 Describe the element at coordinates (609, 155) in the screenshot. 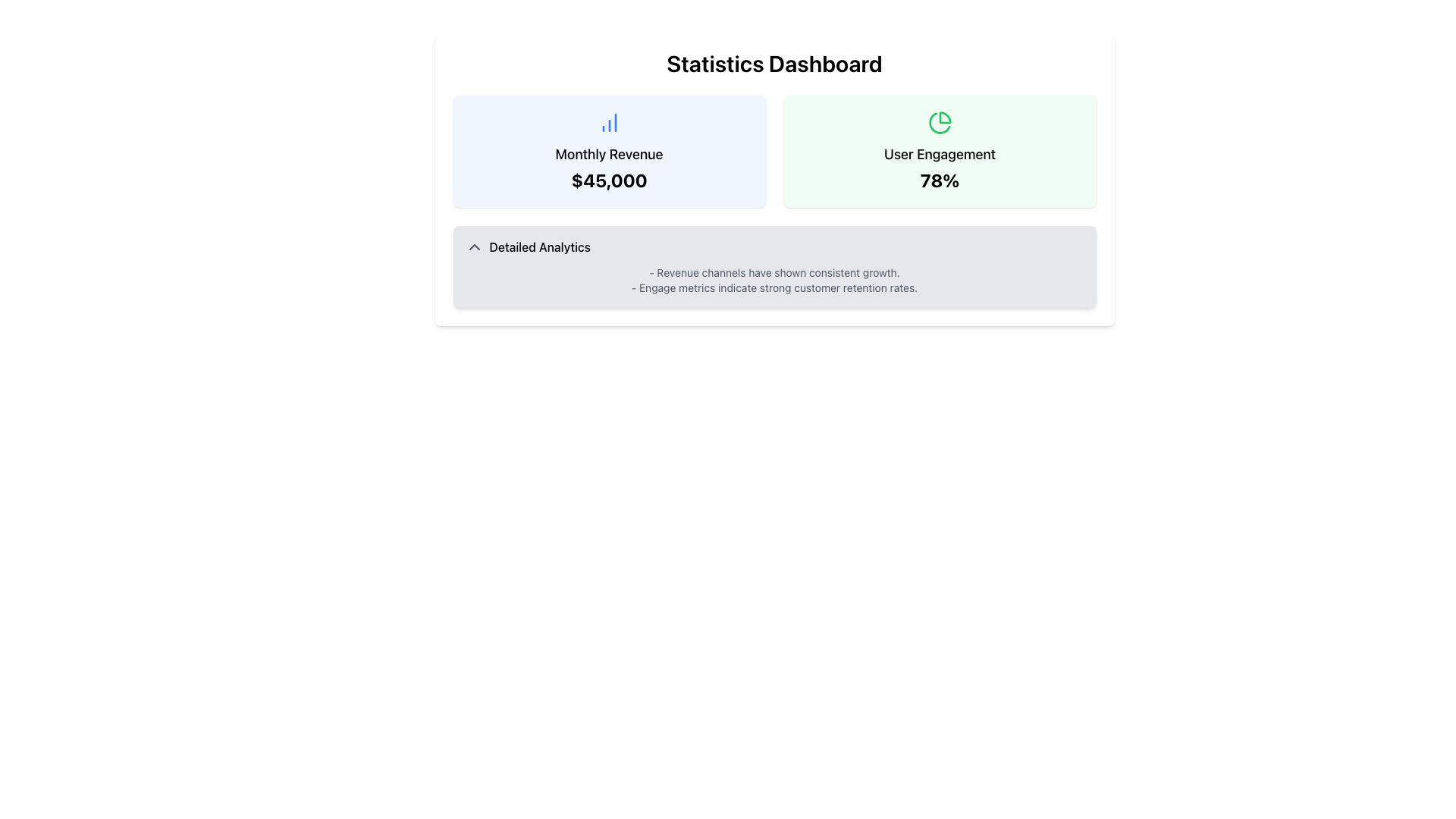

I see `the Text Label indicating the metric specified by the numerical value '$45,000' within the light blue card in the dashboard layout` at that location.